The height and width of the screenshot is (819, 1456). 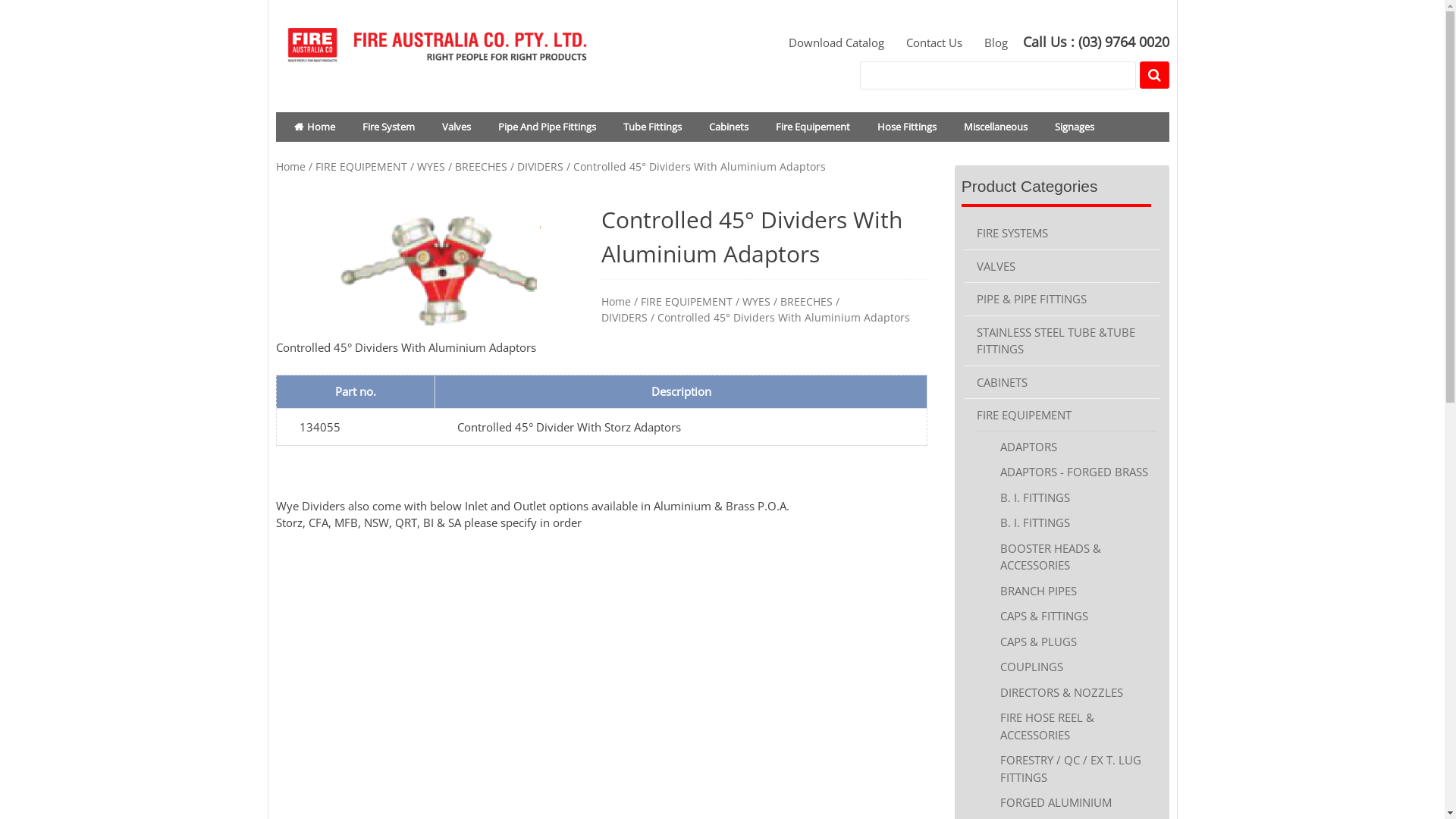 What do you see at coordinates (827, 42) in the screenshot?
I see `'Download Catalog'` at bounding box center [827, 42].